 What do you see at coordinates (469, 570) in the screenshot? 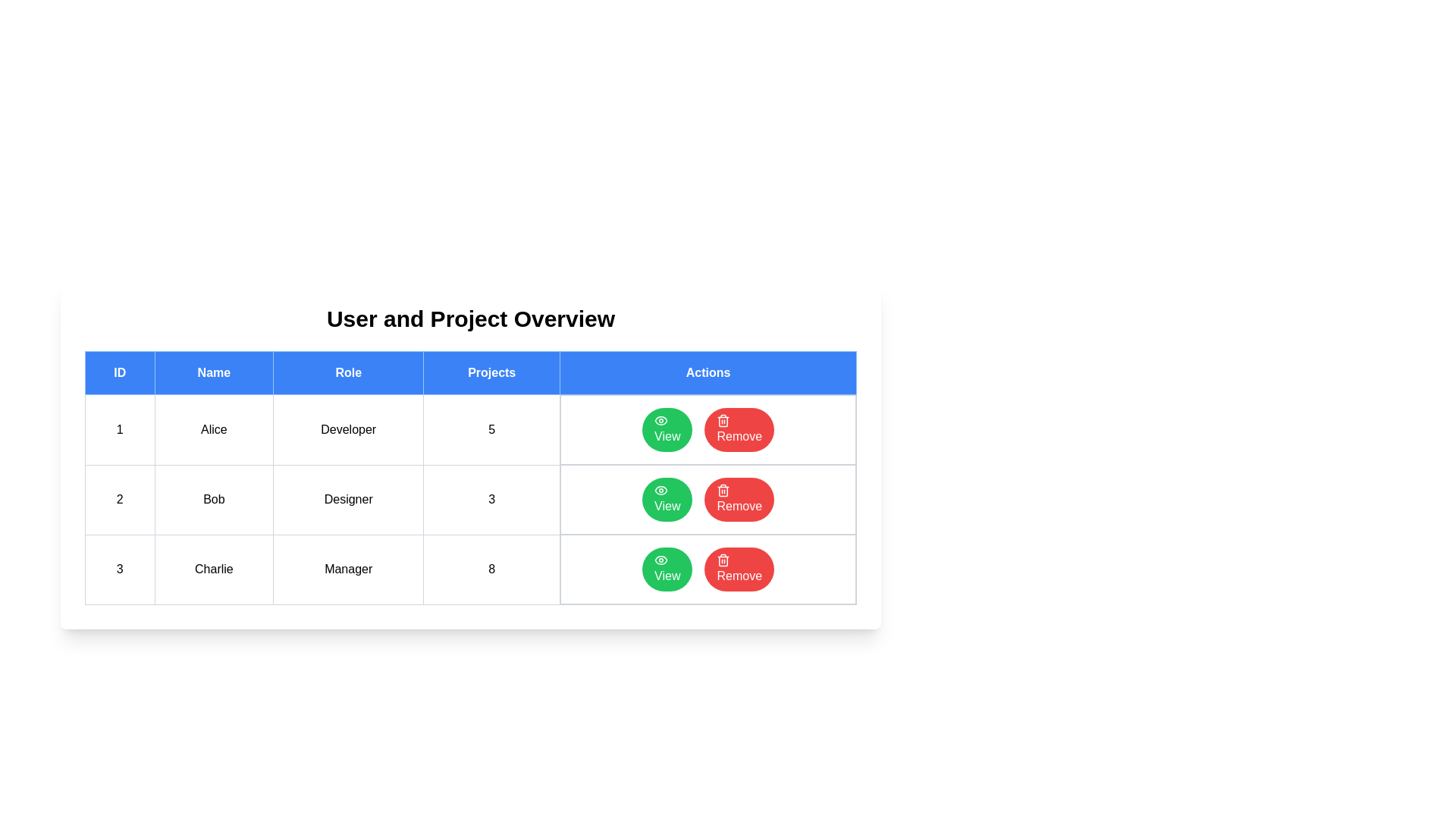
I see `the row corresponding to 3` at bounding box center [469, 570].